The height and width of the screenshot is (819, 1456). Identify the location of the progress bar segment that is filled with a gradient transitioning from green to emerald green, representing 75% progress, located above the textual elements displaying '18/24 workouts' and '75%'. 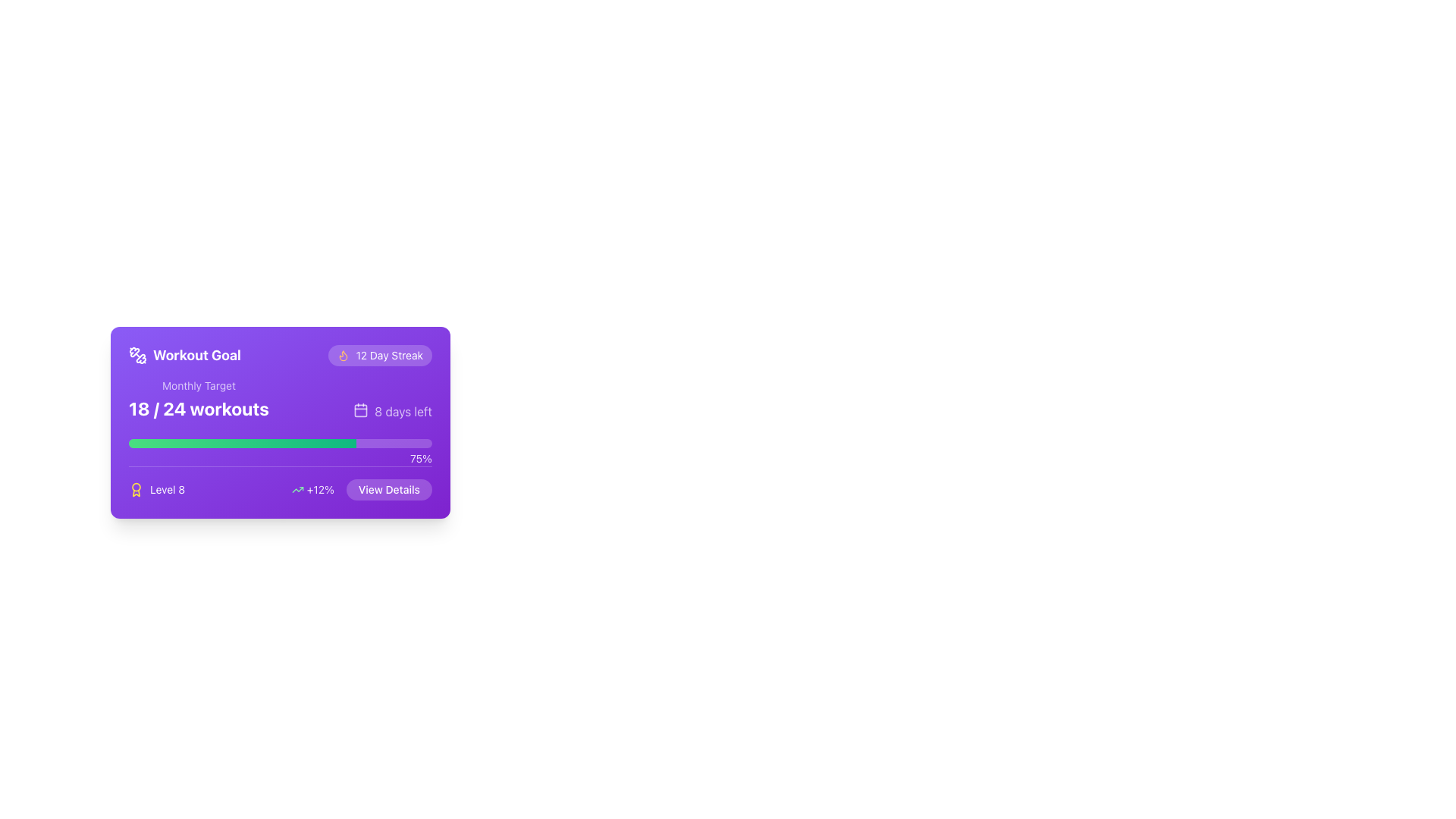
(243, 444).